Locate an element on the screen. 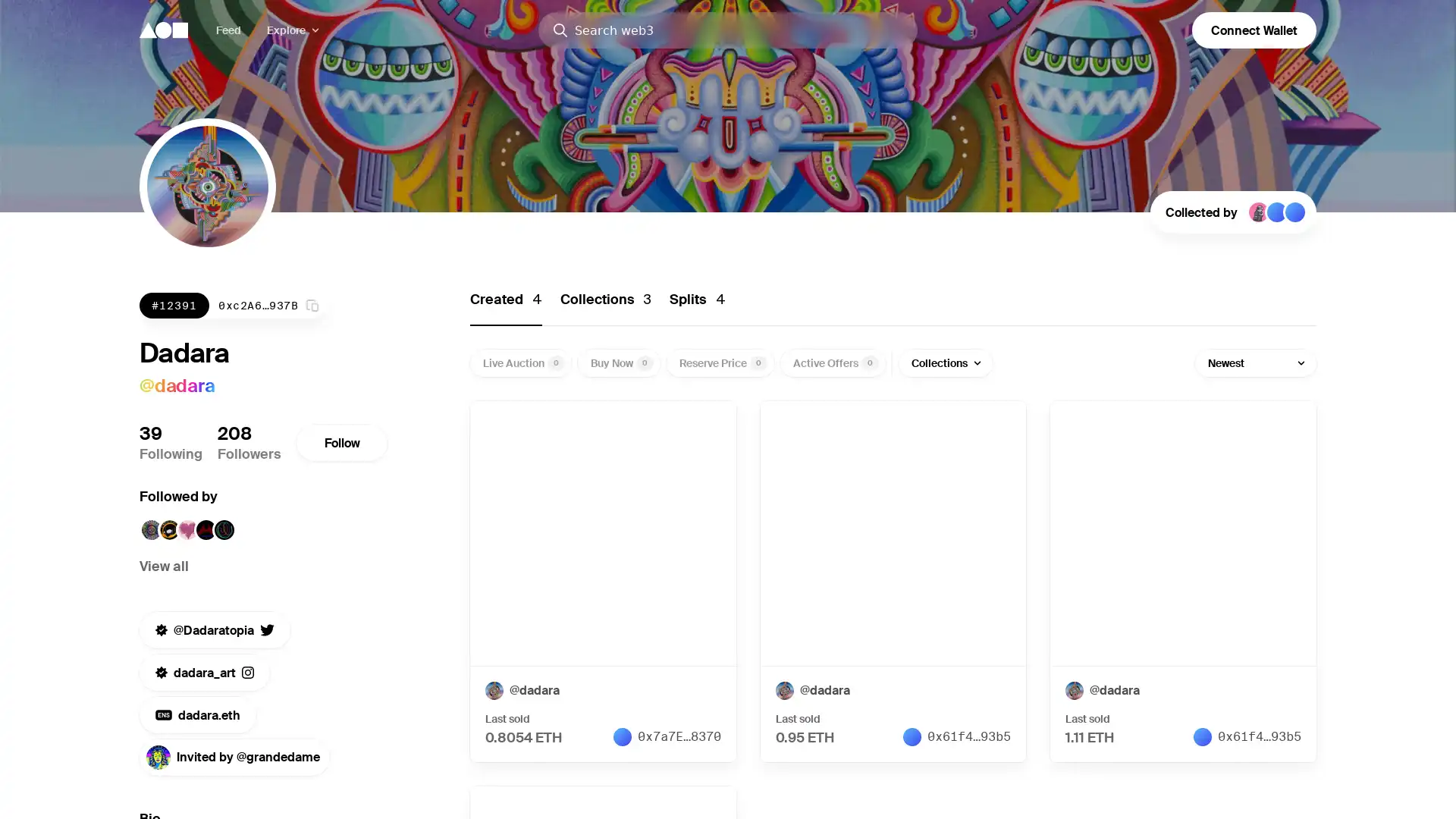 The height and width of the screenshot is (819, 1456). Newest Newest is located at coordinates (1256, 362).